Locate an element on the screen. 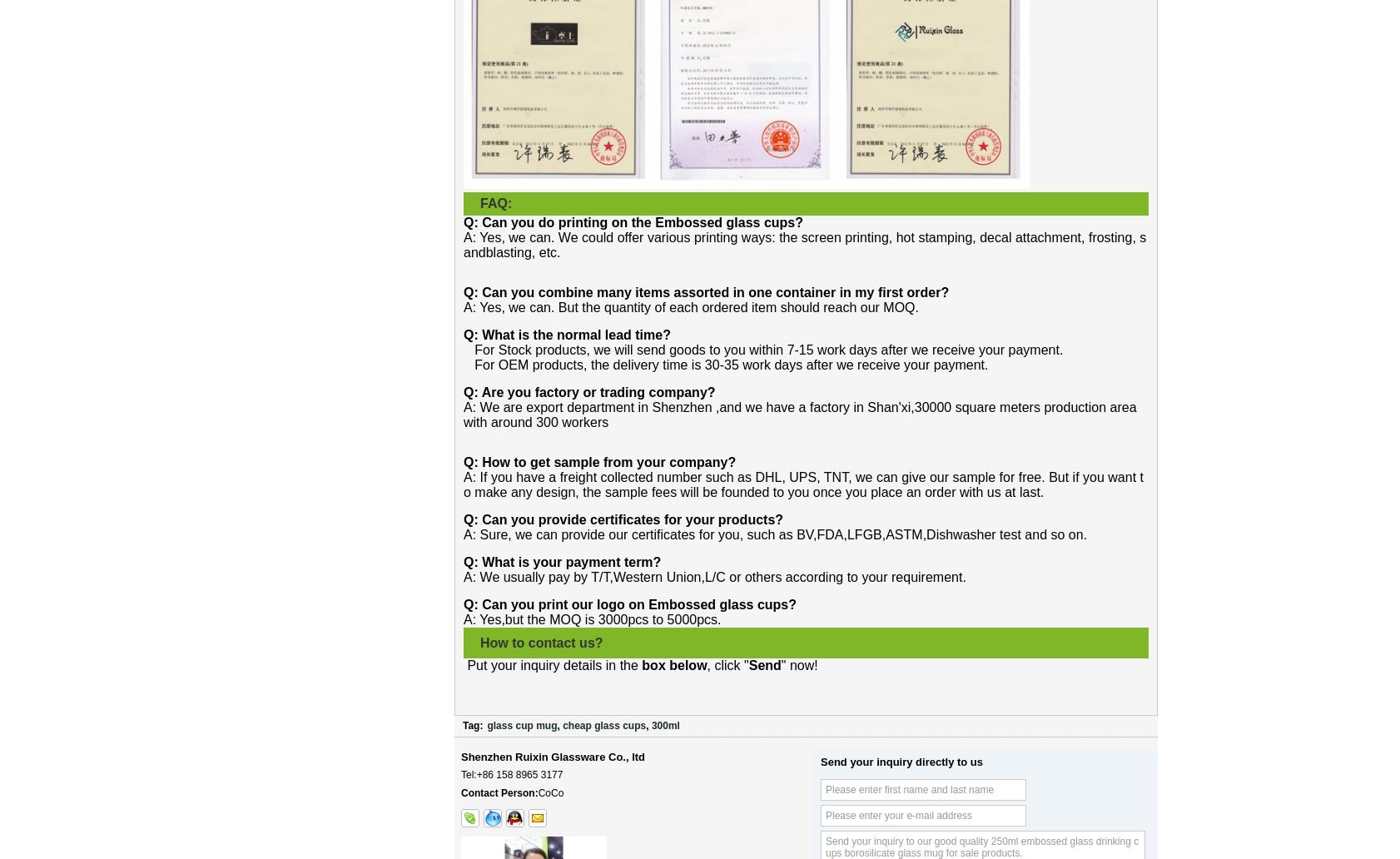 This screenshot has width=1400, height=859. 'Send your inquiry directly to us' is located at coordinates (901, 761).